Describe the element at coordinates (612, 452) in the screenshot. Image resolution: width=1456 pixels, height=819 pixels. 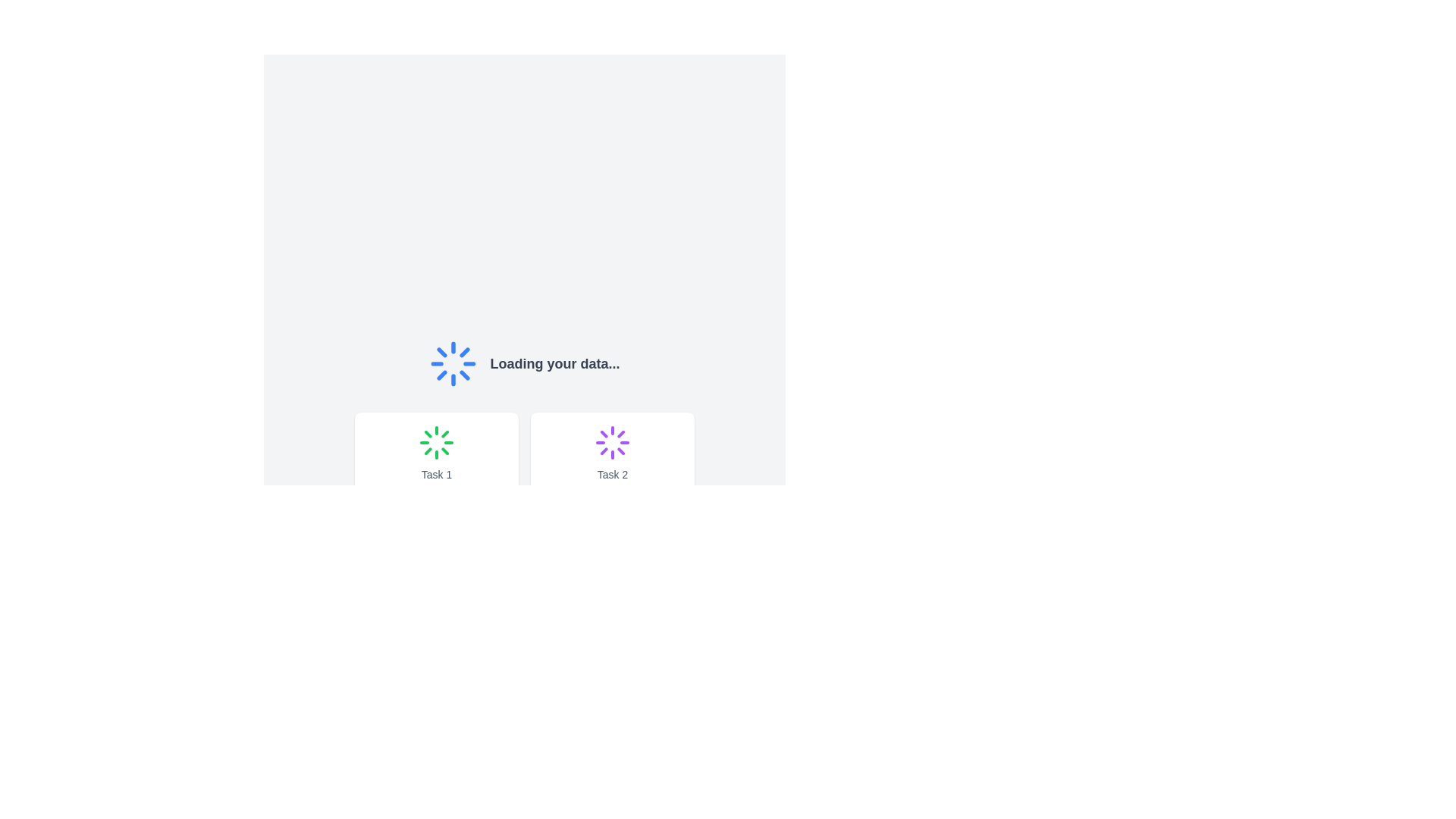
I see `the spinner animation on the Card element labeled 'Task 2', which features a white background, rounded corners, and a purple spinner icon at the top` at that location.